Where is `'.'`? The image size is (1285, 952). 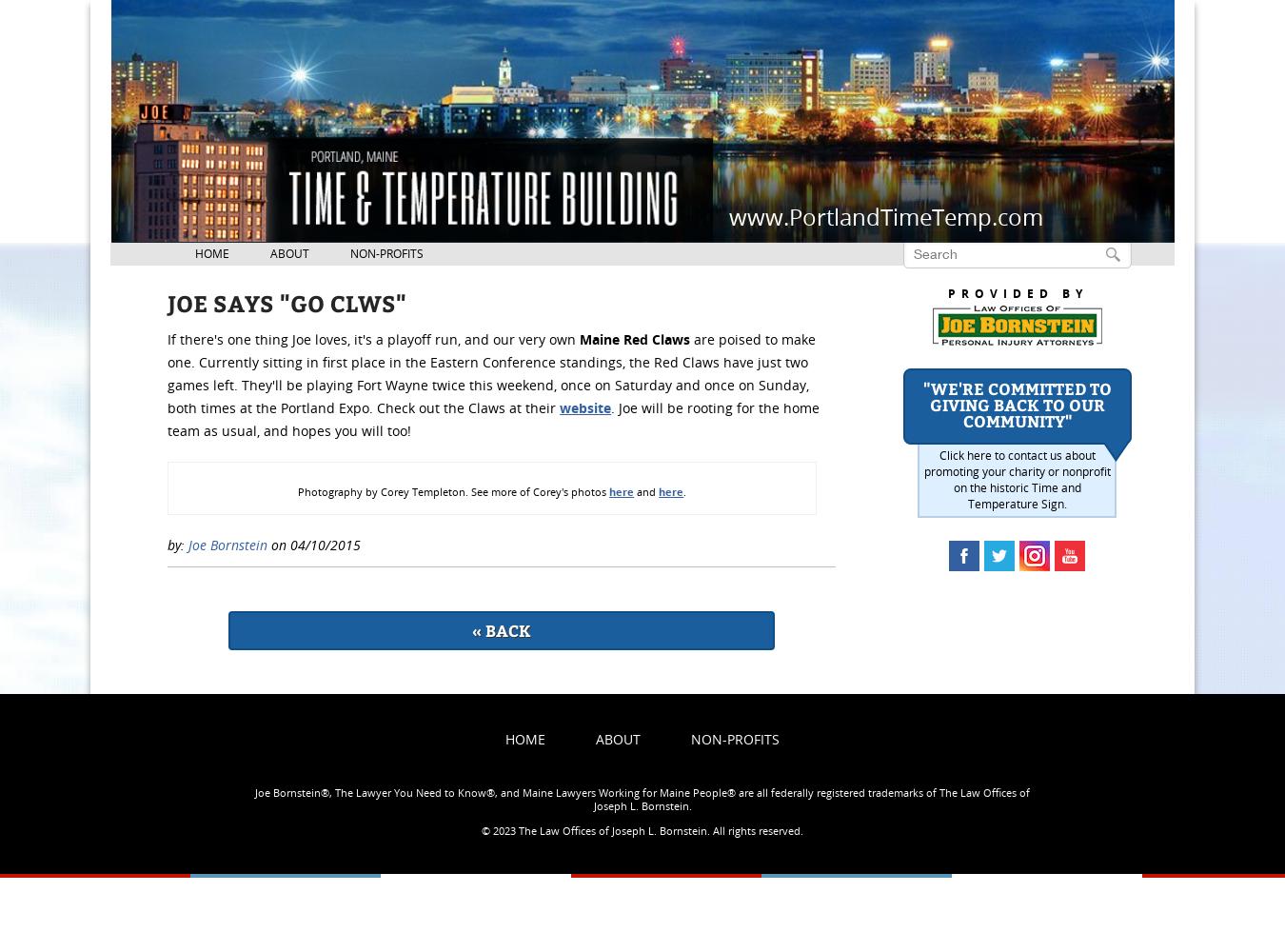
'.' is located at coordinates (683, 491).